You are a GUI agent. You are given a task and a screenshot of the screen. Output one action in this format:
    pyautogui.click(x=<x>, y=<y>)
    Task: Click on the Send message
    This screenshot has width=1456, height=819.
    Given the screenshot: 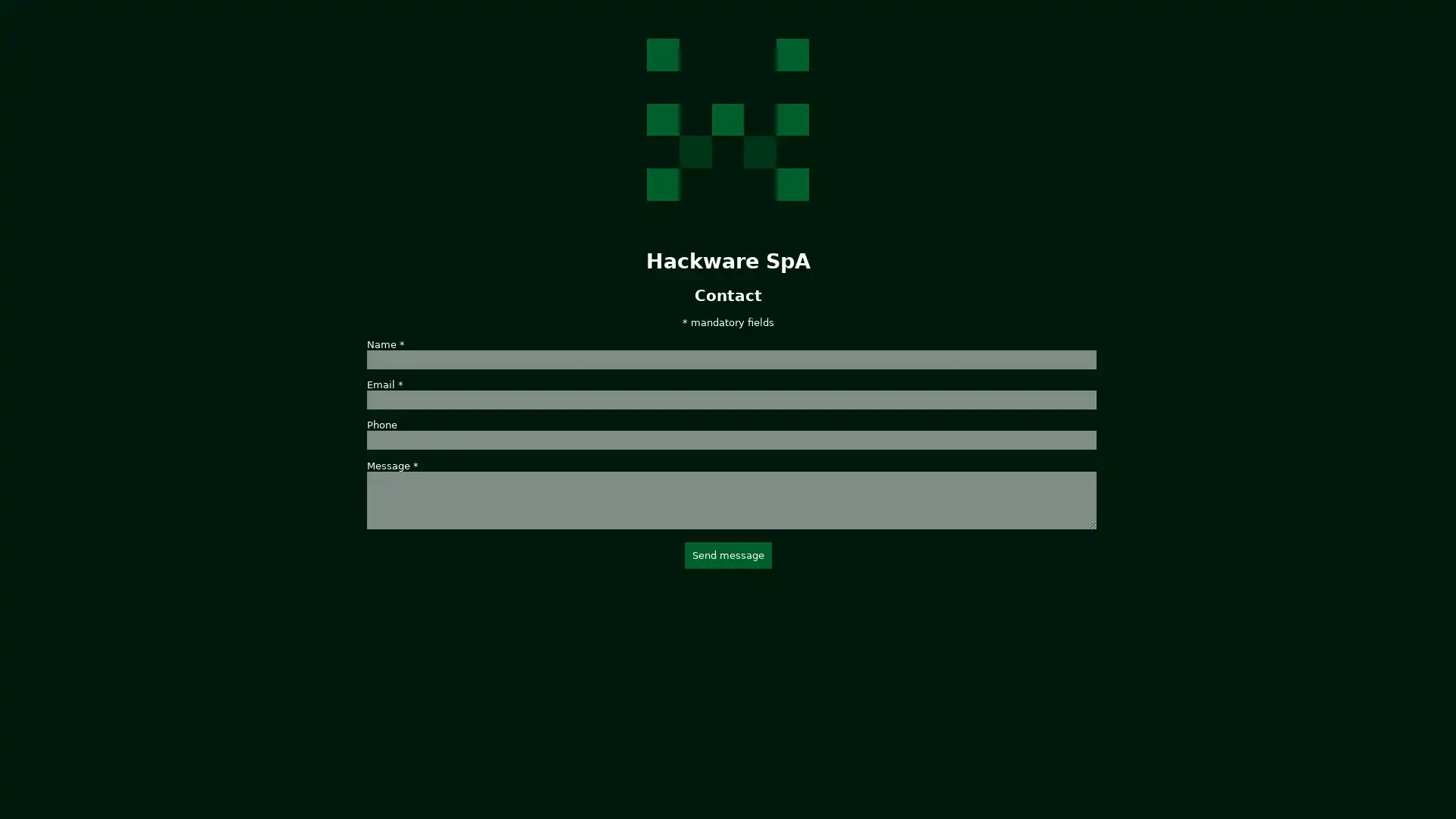 What is the action you would take?
    pyautogui.click(x=726, y=554)
    